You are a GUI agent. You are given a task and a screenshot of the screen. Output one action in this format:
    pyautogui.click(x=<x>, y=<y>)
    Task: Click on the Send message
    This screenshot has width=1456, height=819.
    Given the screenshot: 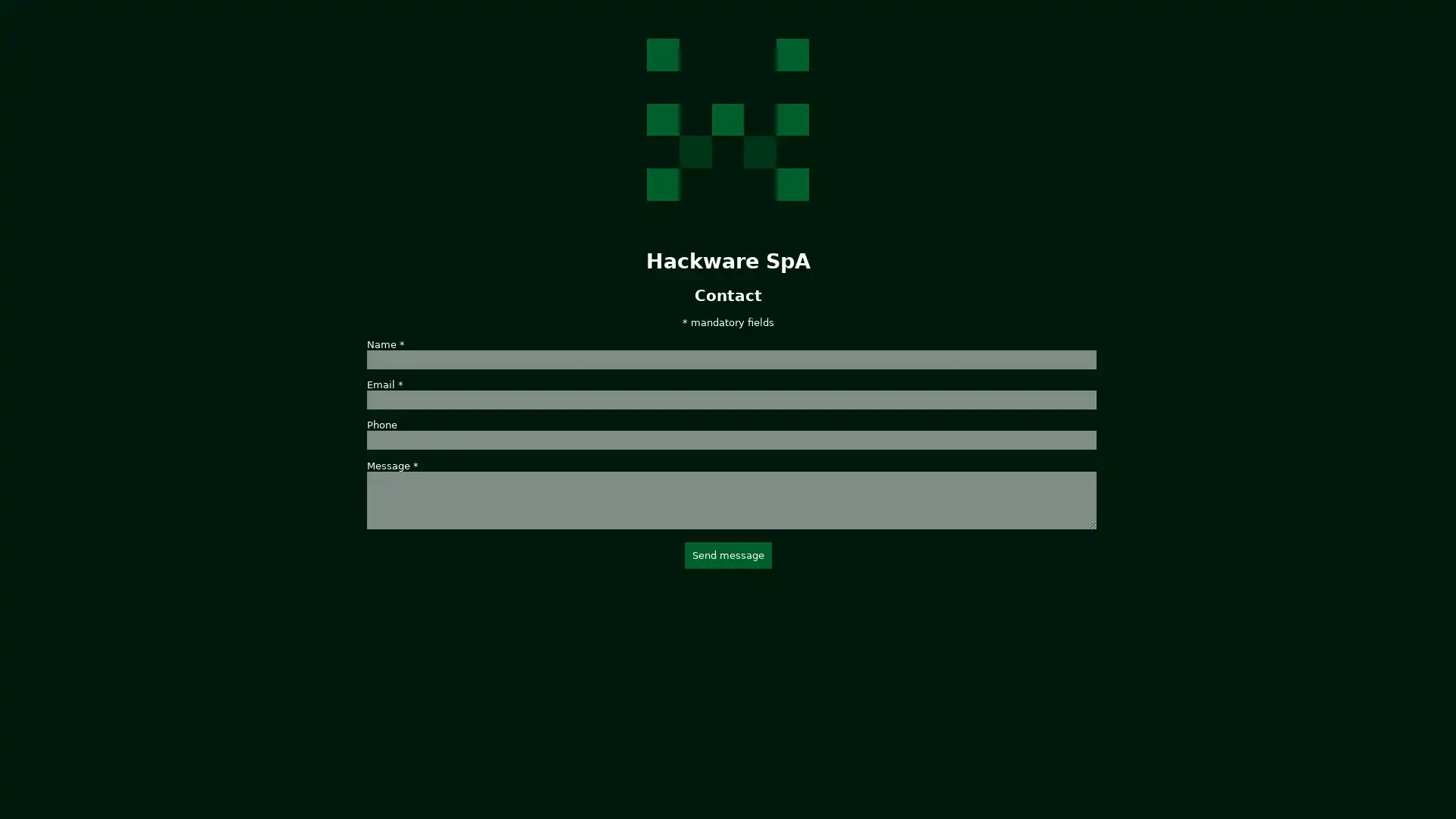 What is the action you would take?
    pyautogui.click(x=726, y=554)
    